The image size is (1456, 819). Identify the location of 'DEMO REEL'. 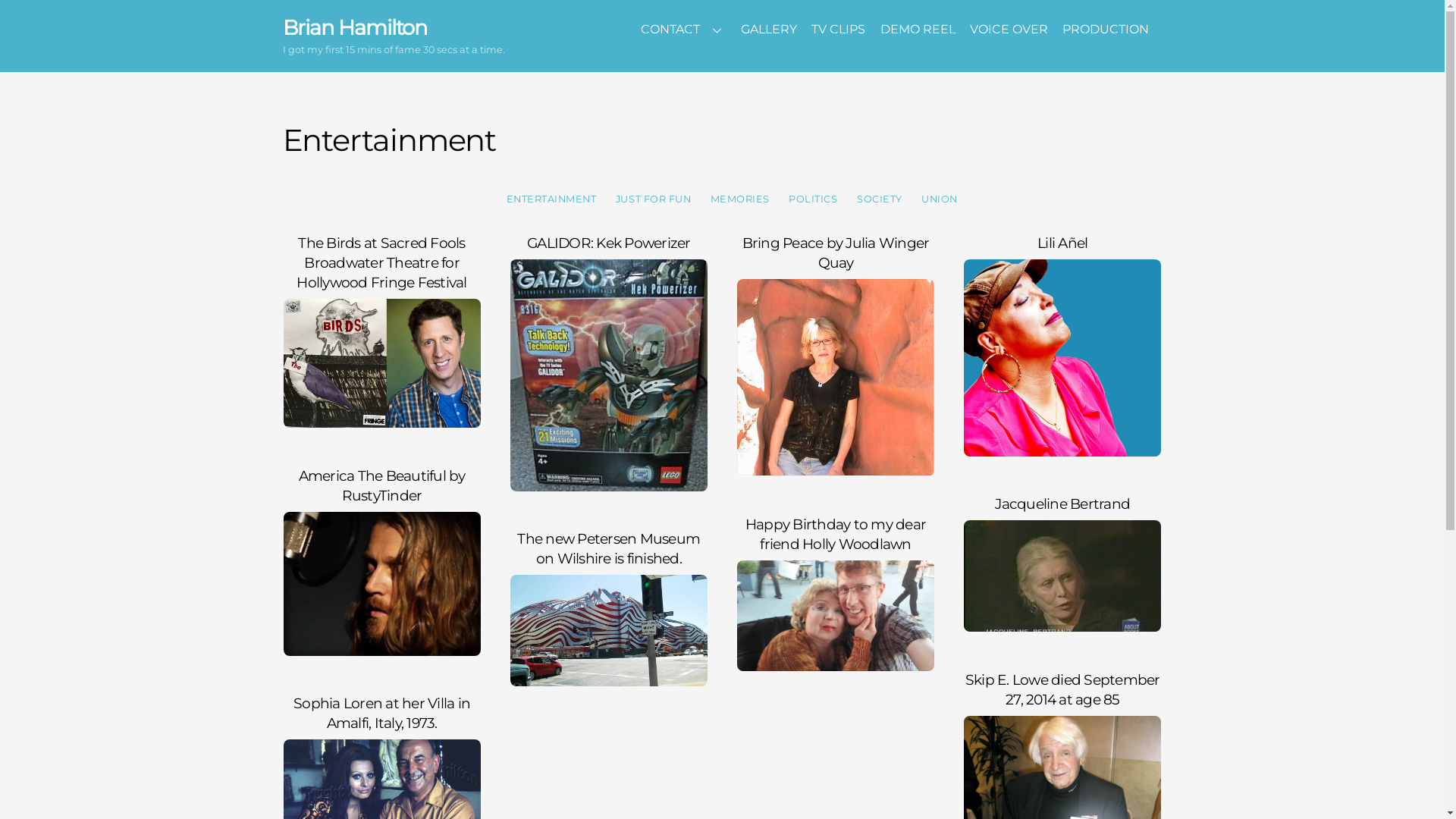
(916, 29).